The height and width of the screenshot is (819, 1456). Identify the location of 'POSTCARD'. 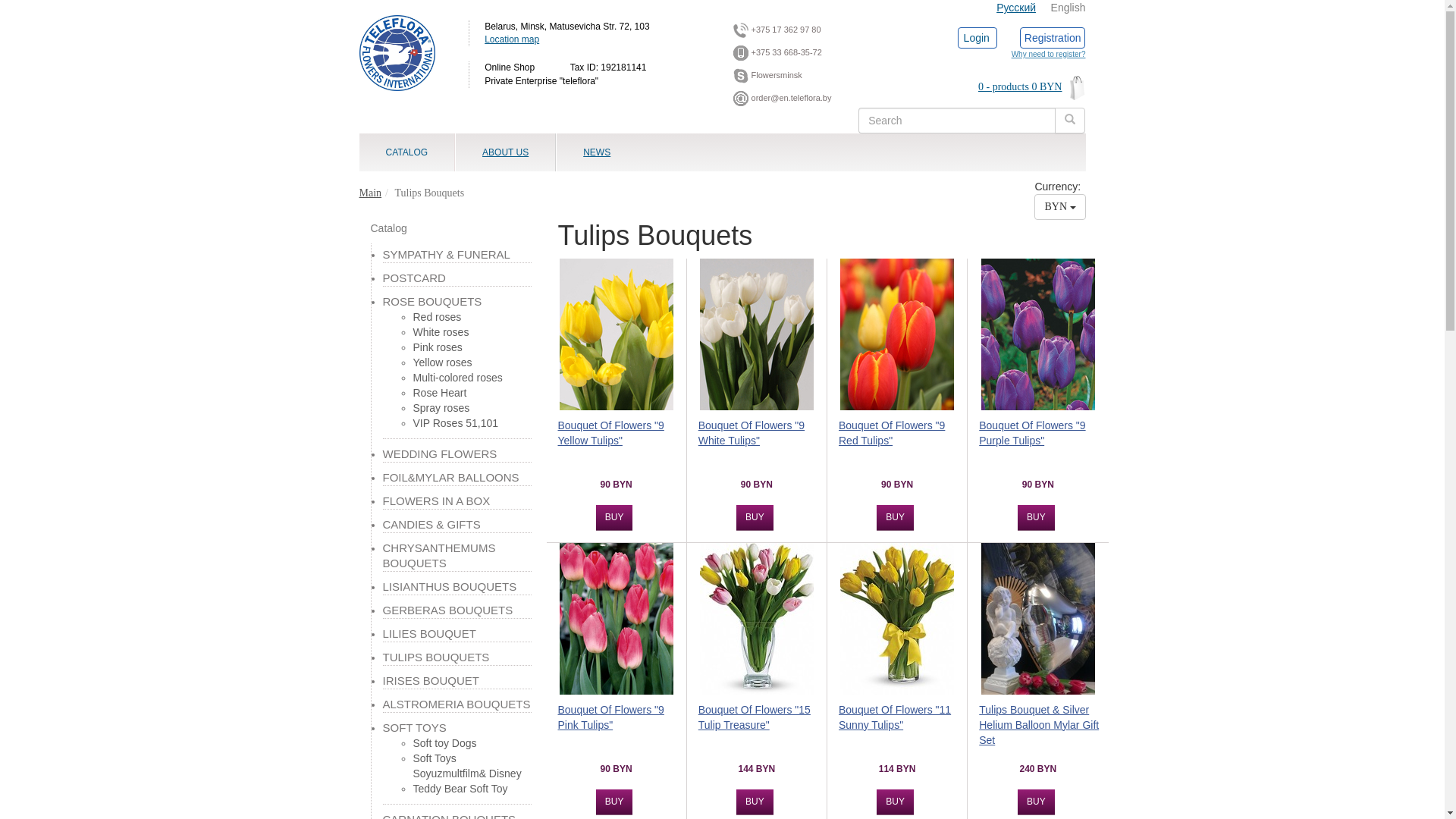
(413, 278).